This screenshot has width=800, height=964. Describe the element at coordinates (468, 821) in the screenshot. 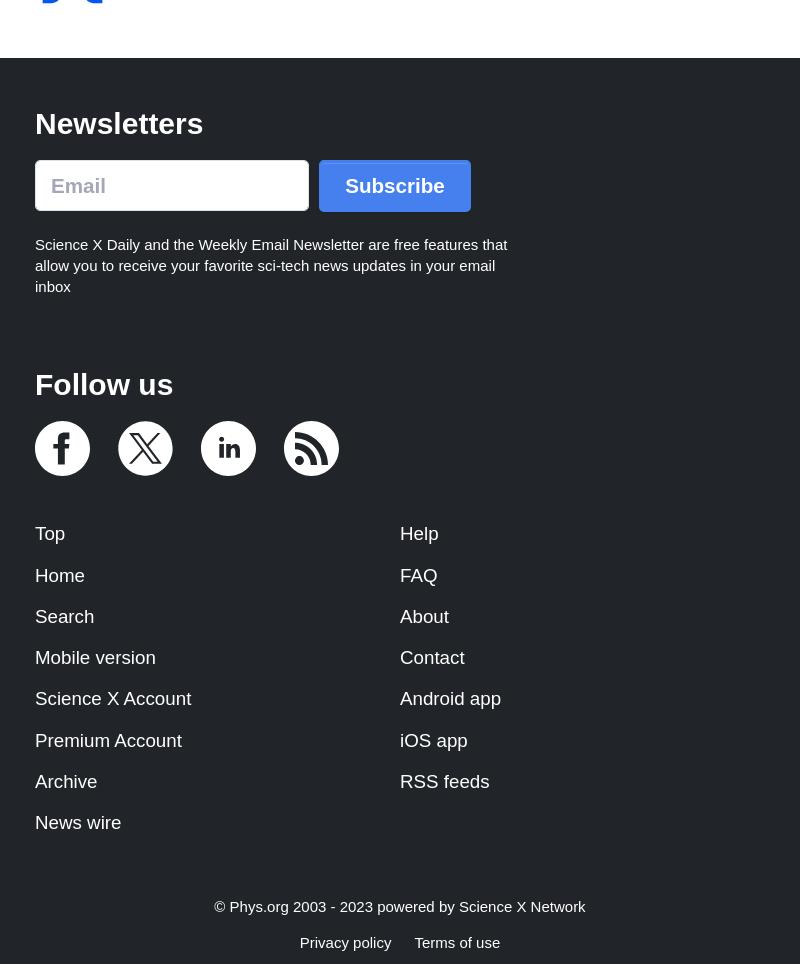

I see `'Push notification'` at that location.